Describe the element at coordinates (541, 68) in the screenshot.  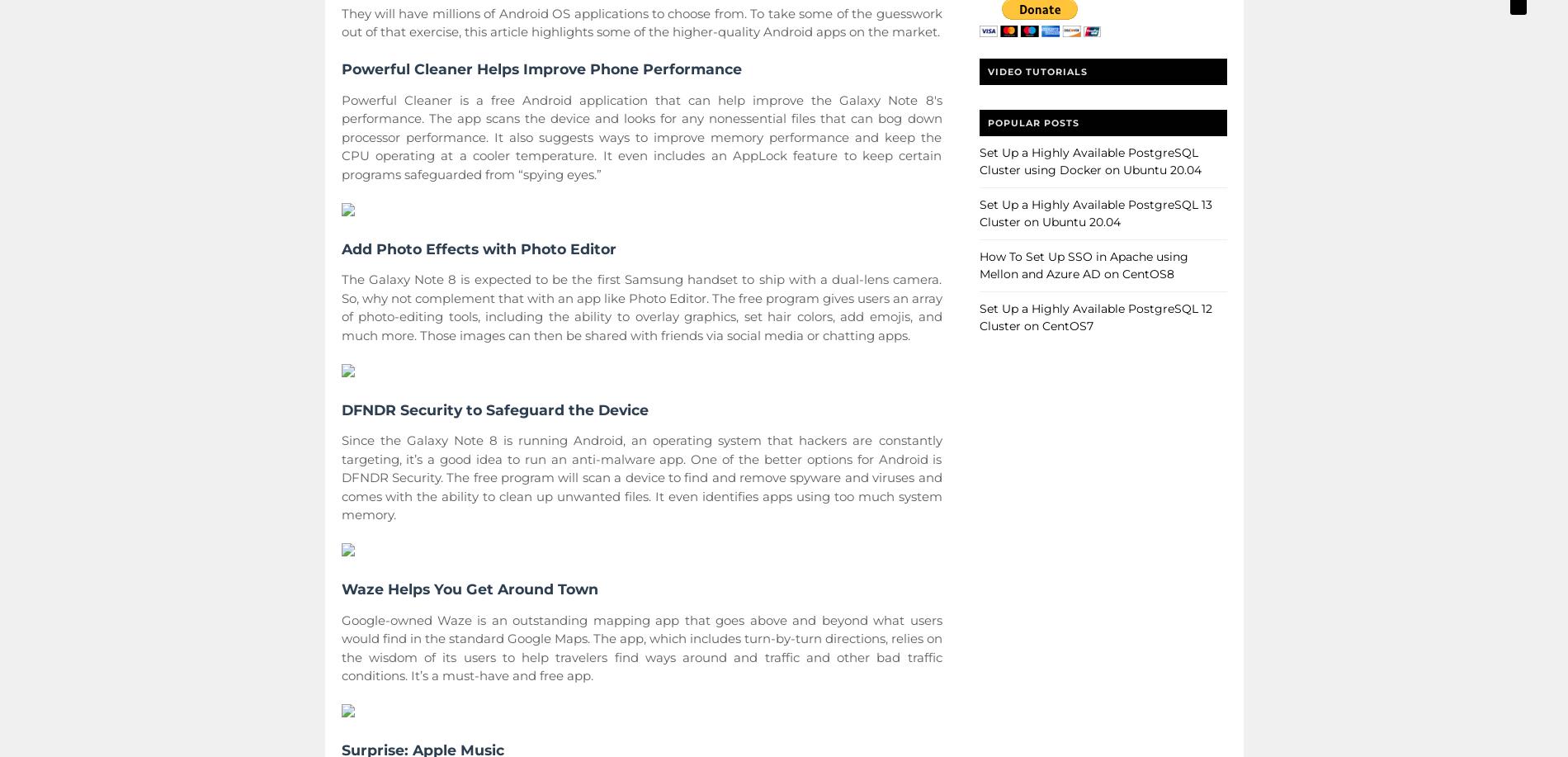
I see `'Powerful Cleaner Helps Improve Phone Performance'` at that location.